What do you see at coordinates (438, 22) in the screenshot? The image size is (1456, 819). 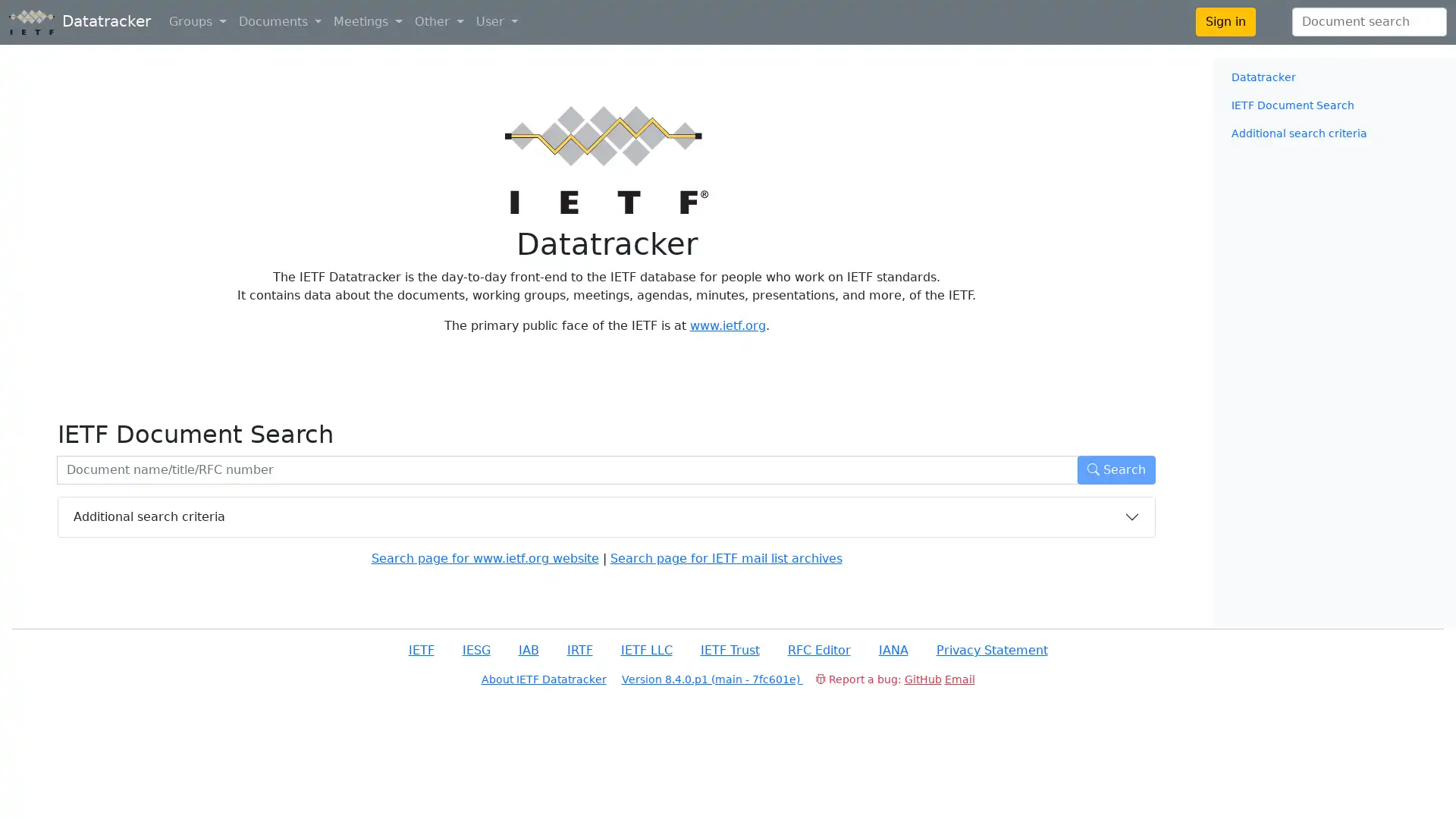 I see `Other` at bounding box center [438, 22].